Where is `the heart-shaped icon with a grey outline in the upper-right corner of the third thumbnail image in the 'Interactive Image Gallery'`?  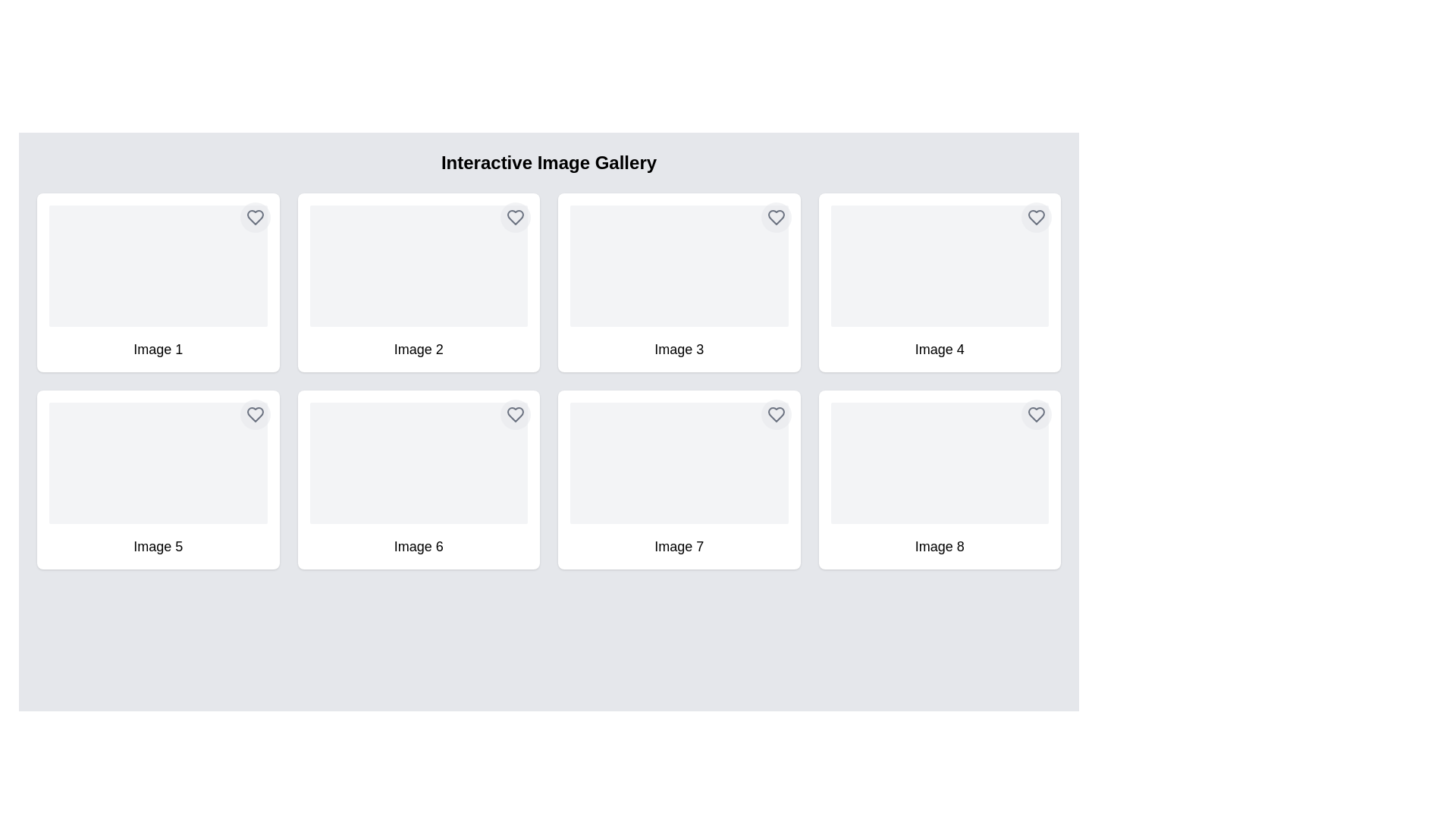 the heart-shaped icon with a grey outline in the upper-right corner of the third thumbnail image in the 'Interactive Image Gallery' is located at coordinates (776, 217).